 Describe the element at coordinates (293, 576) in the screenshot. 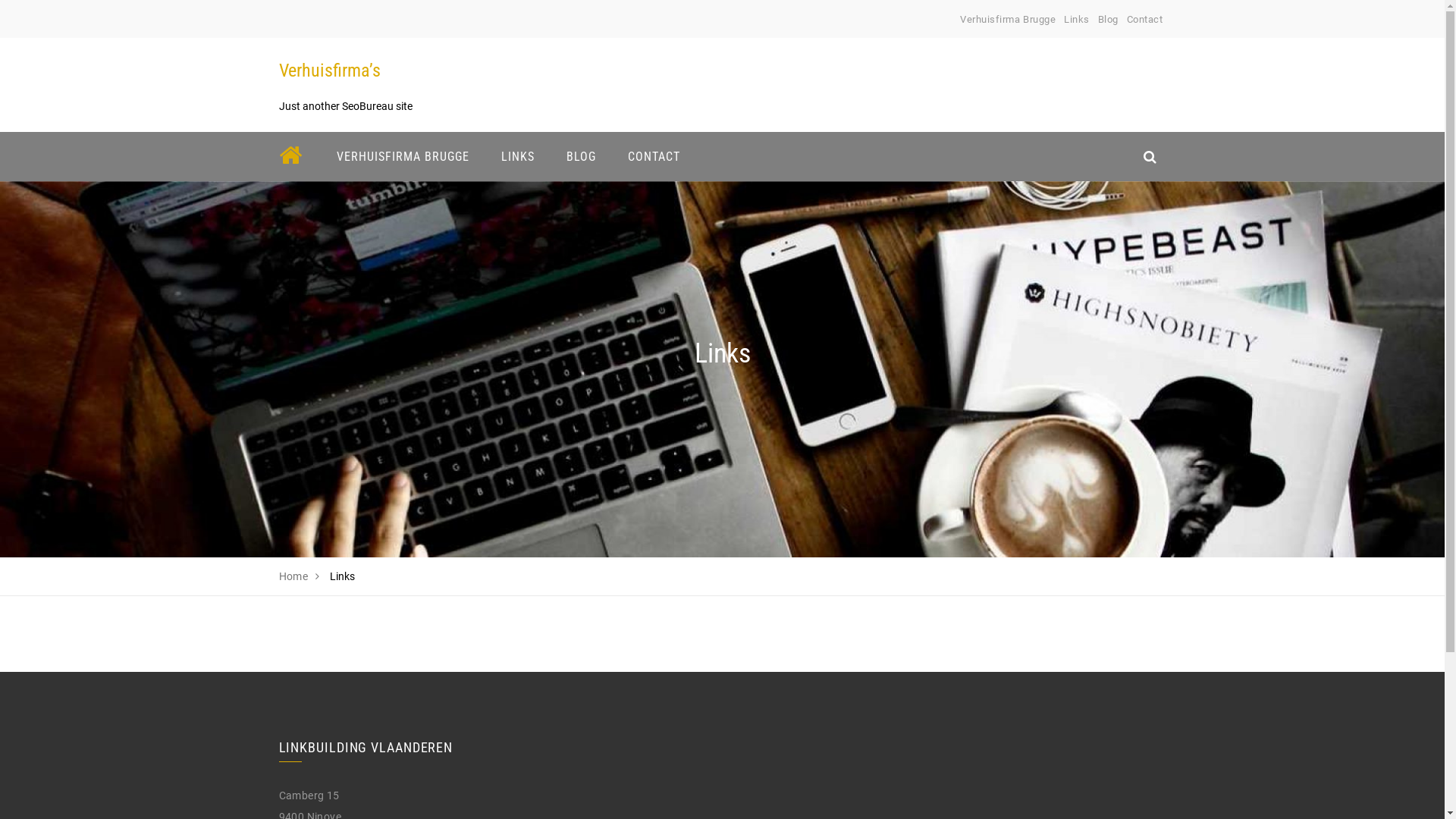

I see `'Home'` at that location.